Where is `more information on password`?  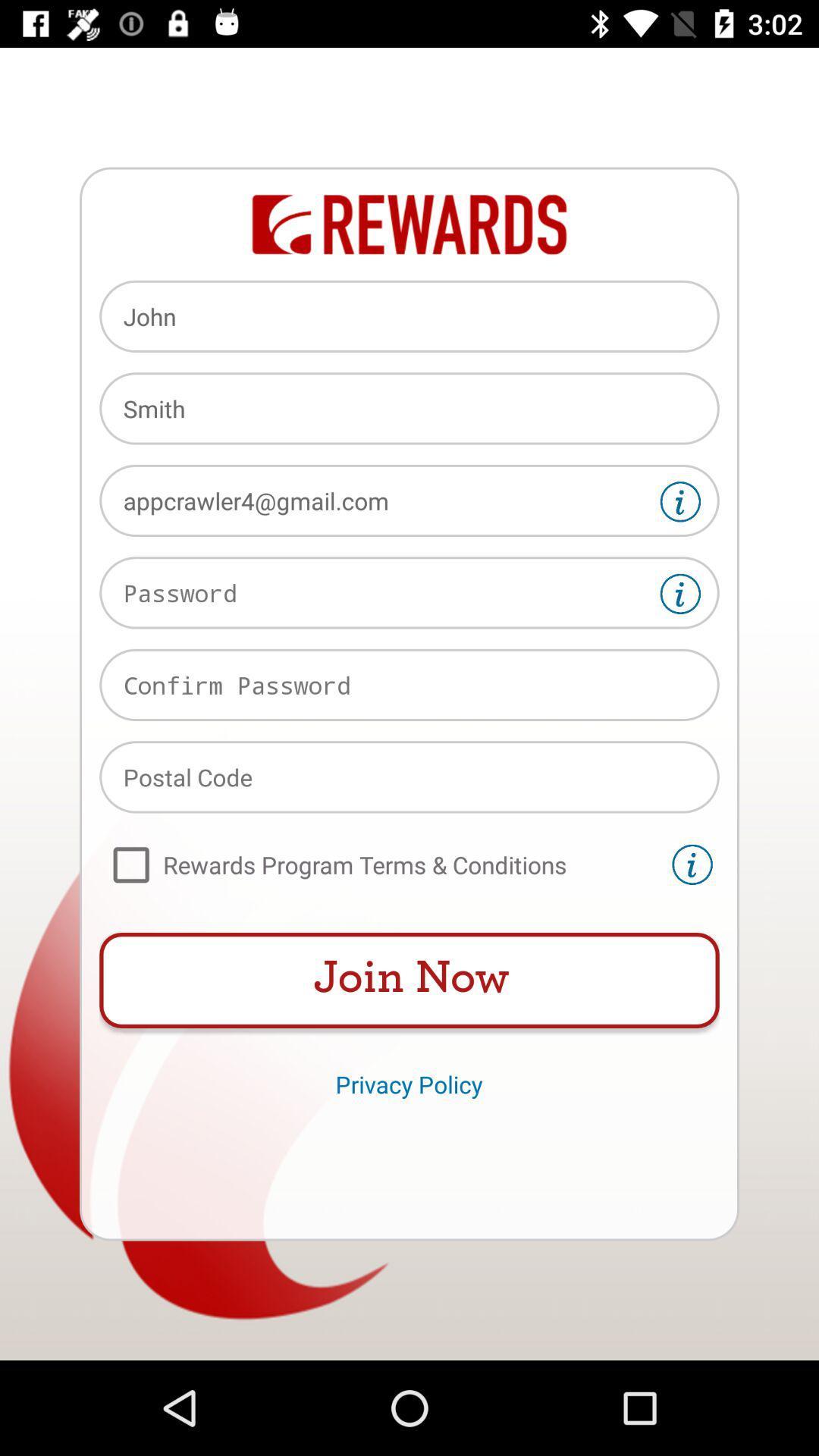
more information on password is located at coordinates (679, 593).